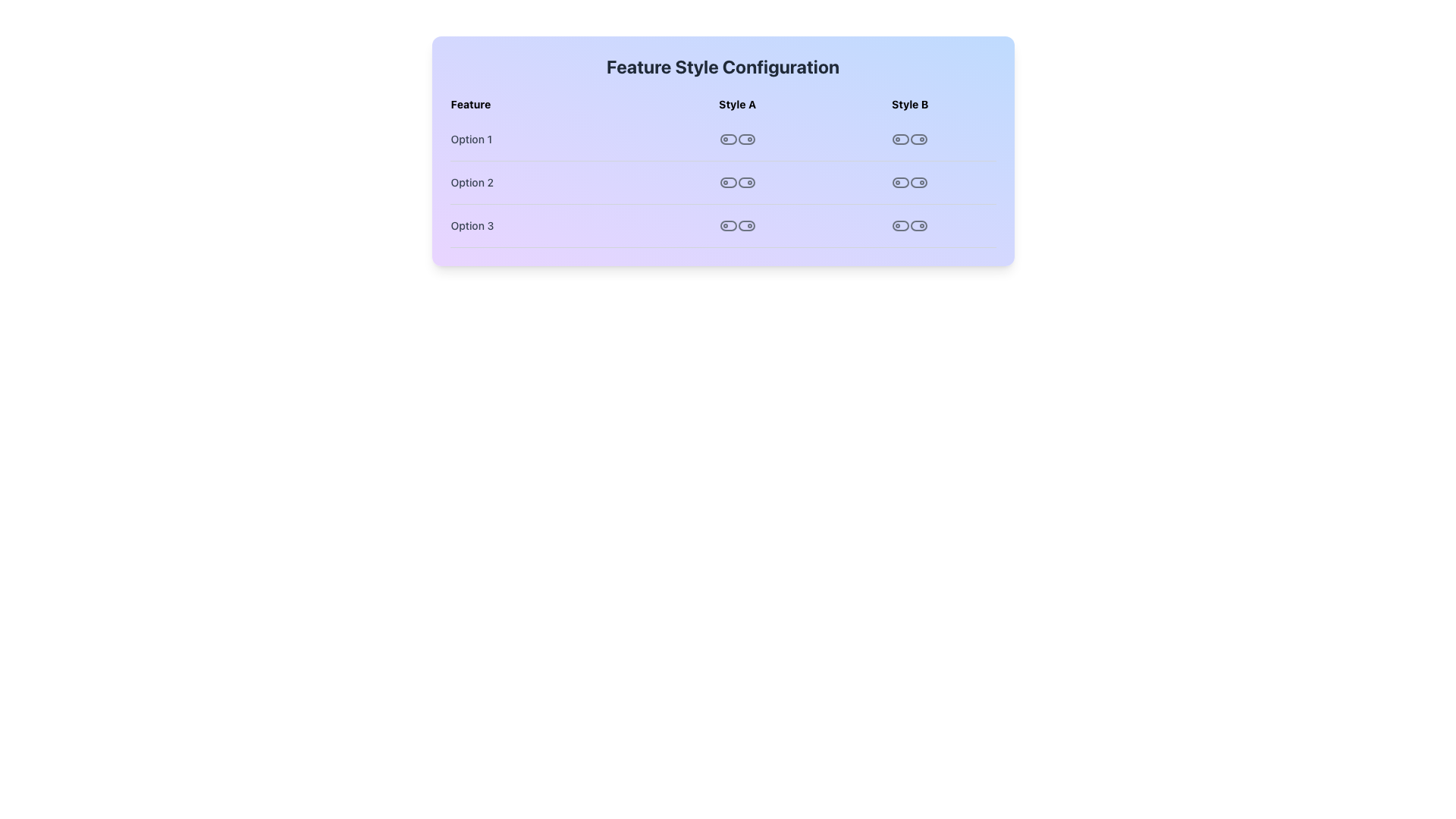 The image size is (1456, 819). What do you see at coordinates (901, 181) in the screenshot?
I see `the second toggle switch in the 'Style B' column of the 'Feature Style Configuration' section` at bounding box center [901, 181].